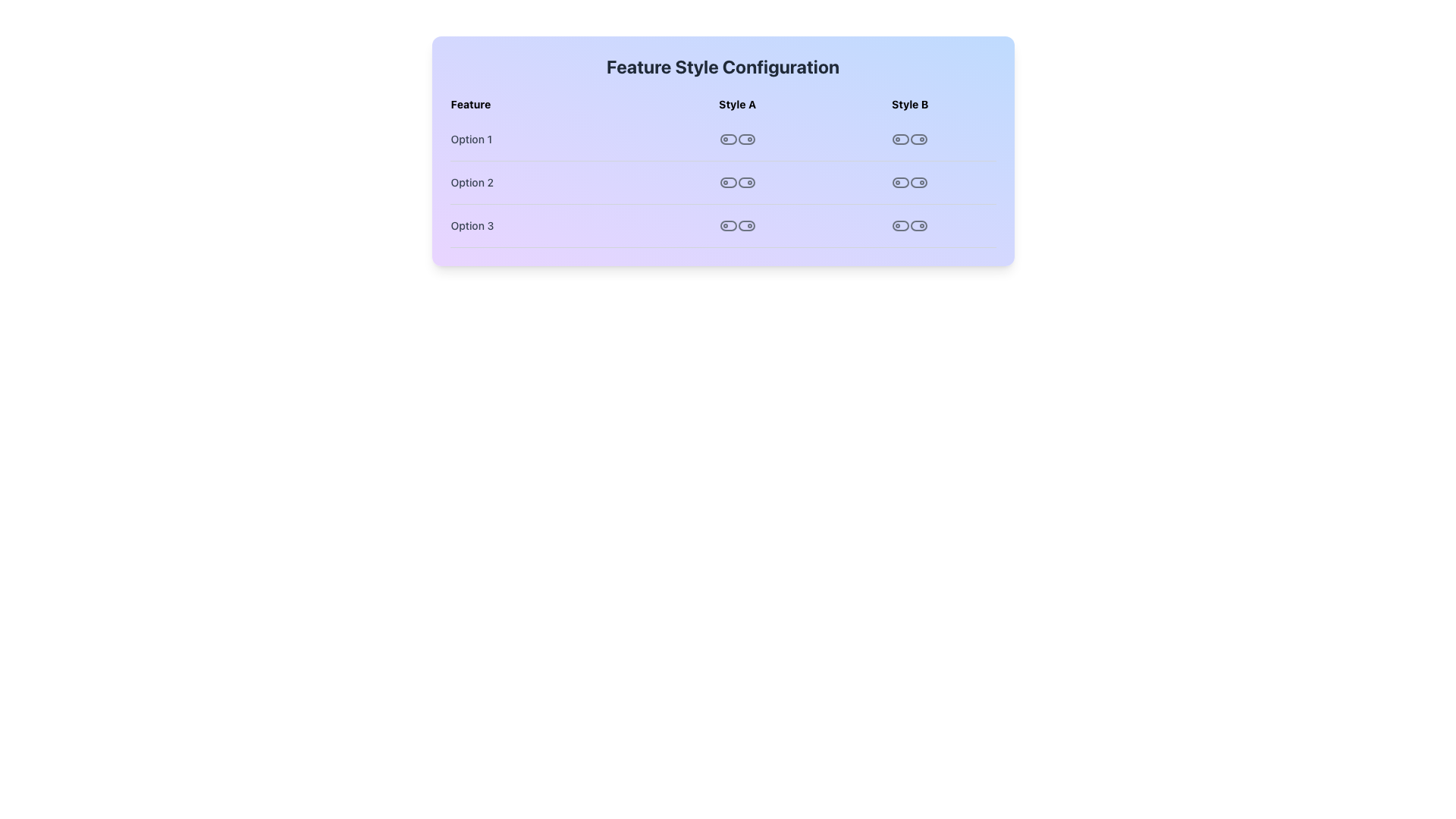 The image size is (1456, 819). What do you see at coordinates (901, 181) in the screenshot?
I see `the second toggle switch in the 'Style B' column of the 'Feature Style Configuration' section` at bounding box center [901, 181].